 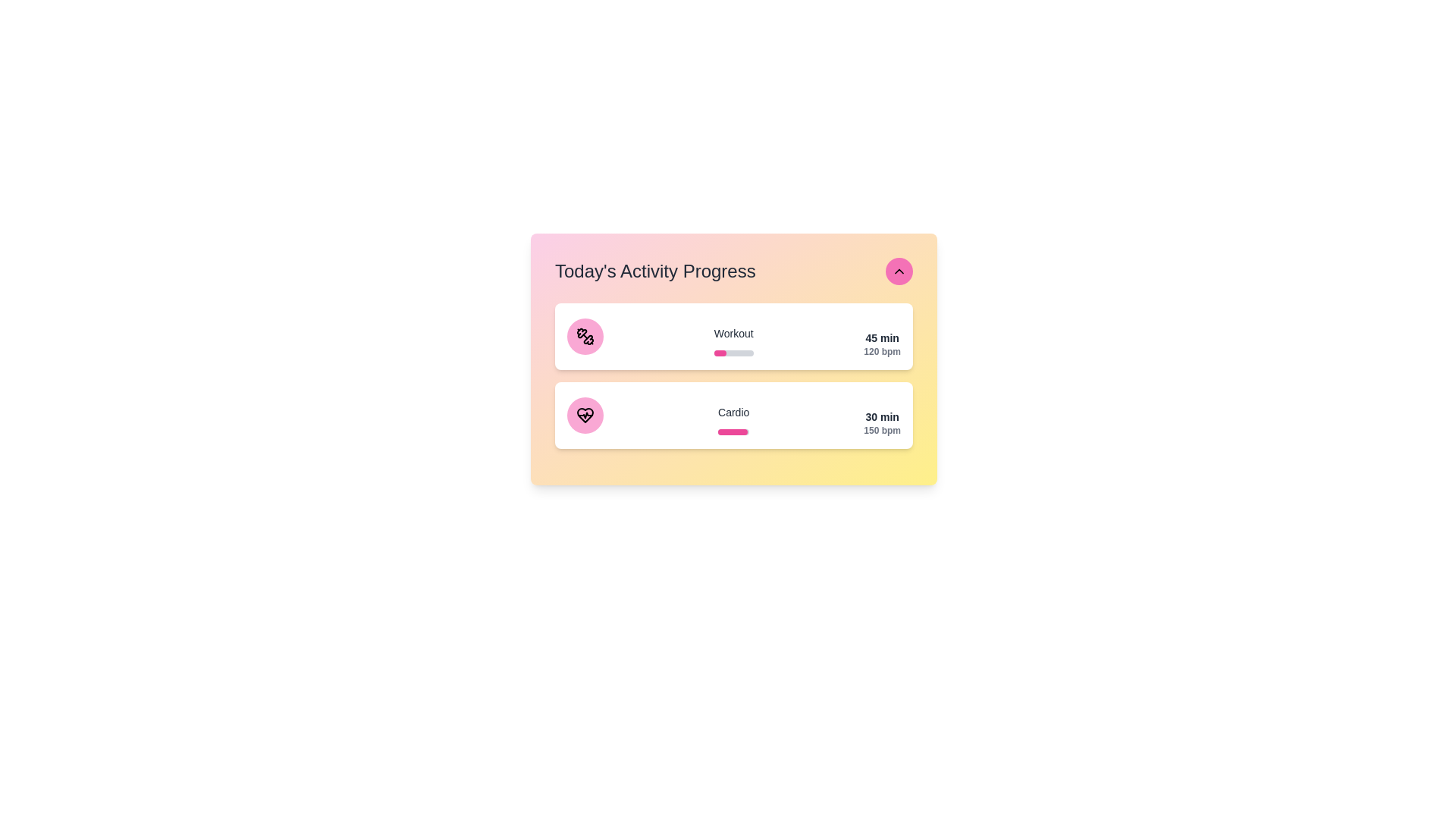 I want to click on the progress bar that visually represents the completion percentage of the 'Workout' activity, located directly below the text 'Workout', so click(x=733, y=353).